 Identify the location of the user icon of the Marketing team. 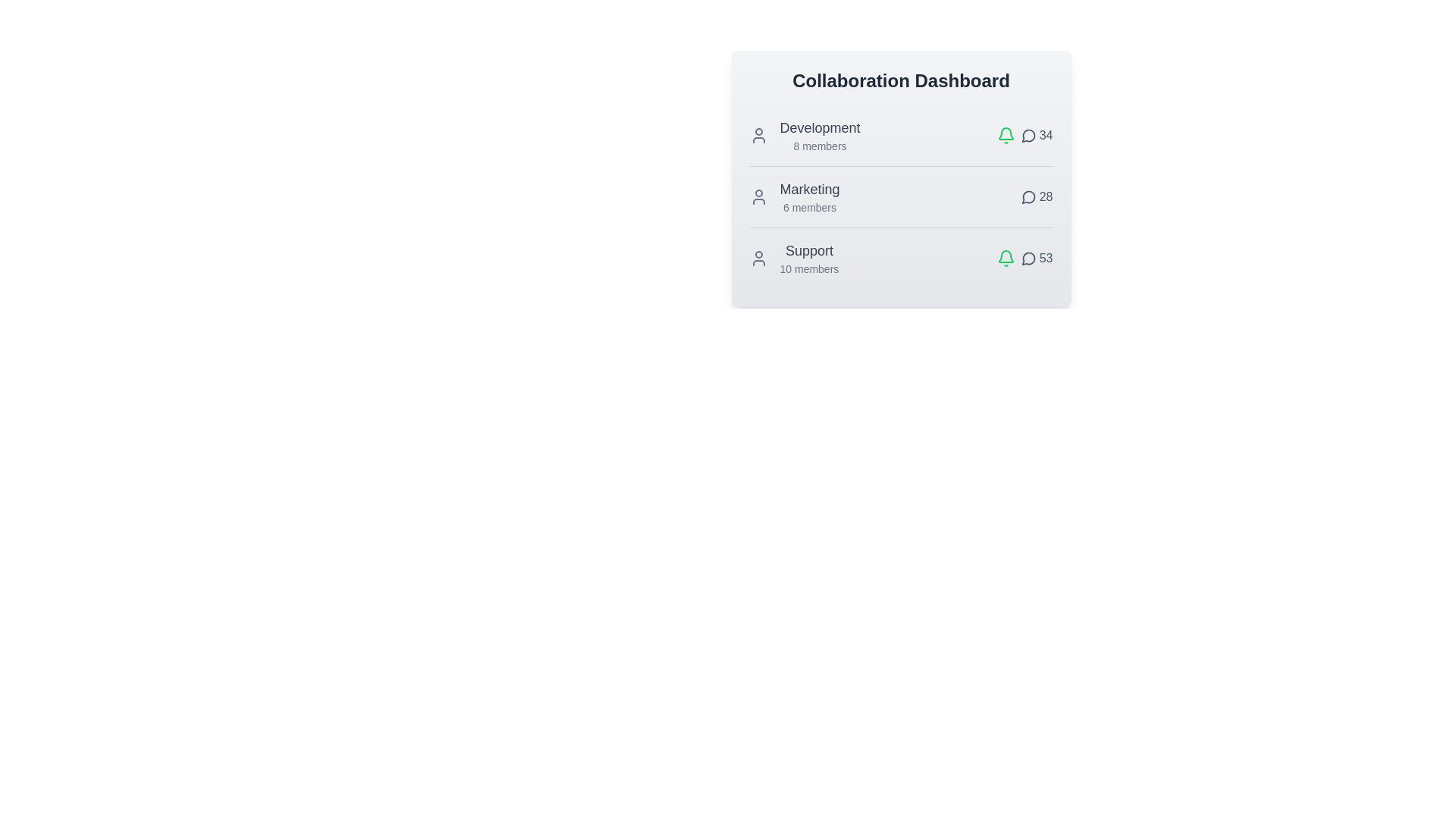
(758, 196).